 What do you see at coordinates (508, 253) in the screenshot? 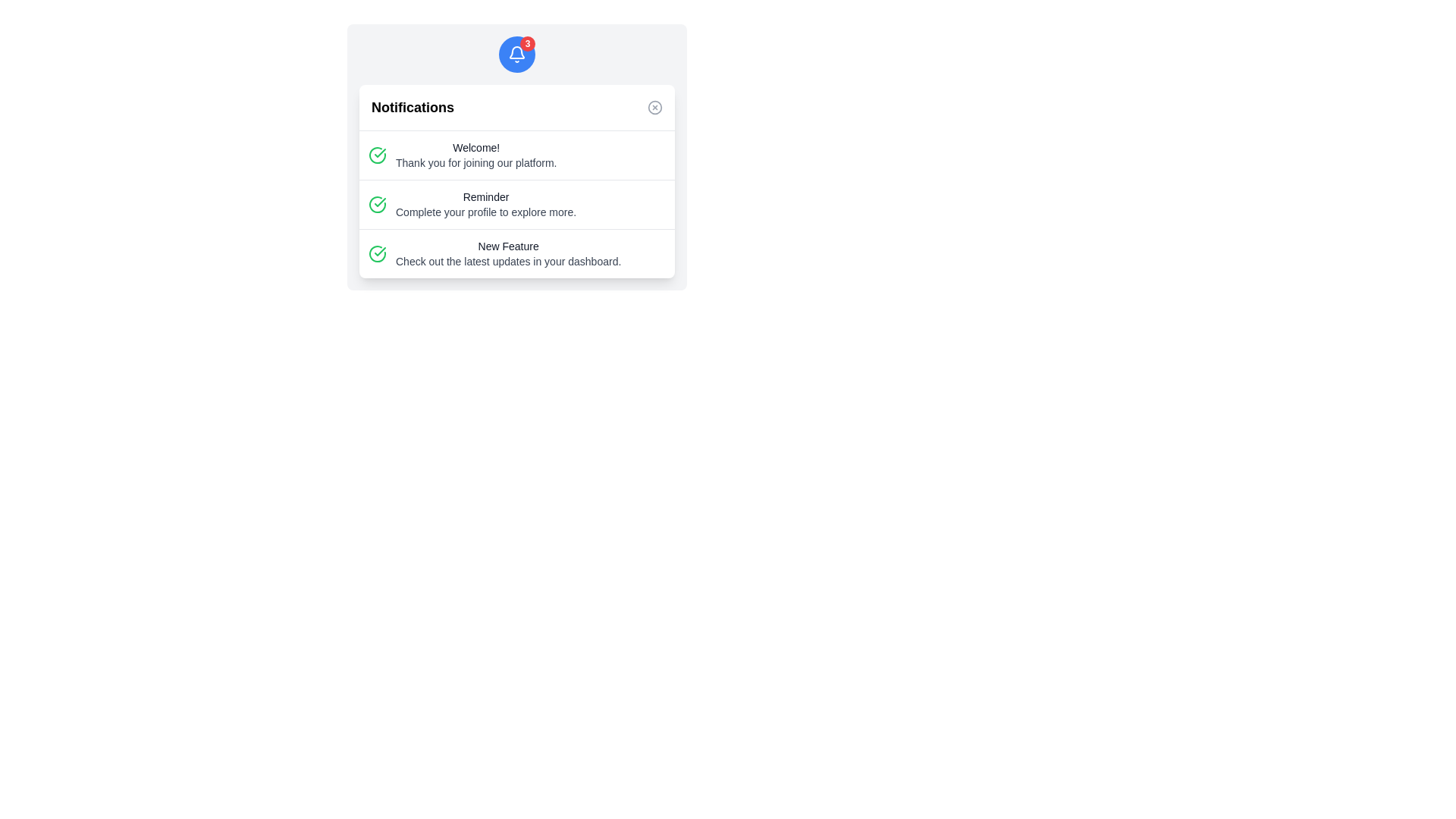
I see `the text display block containing 'New Feature' and 'Check out the latest updates in your dashboard', which is the third notification item in the notifications panel` at bounding box center [508, 253].